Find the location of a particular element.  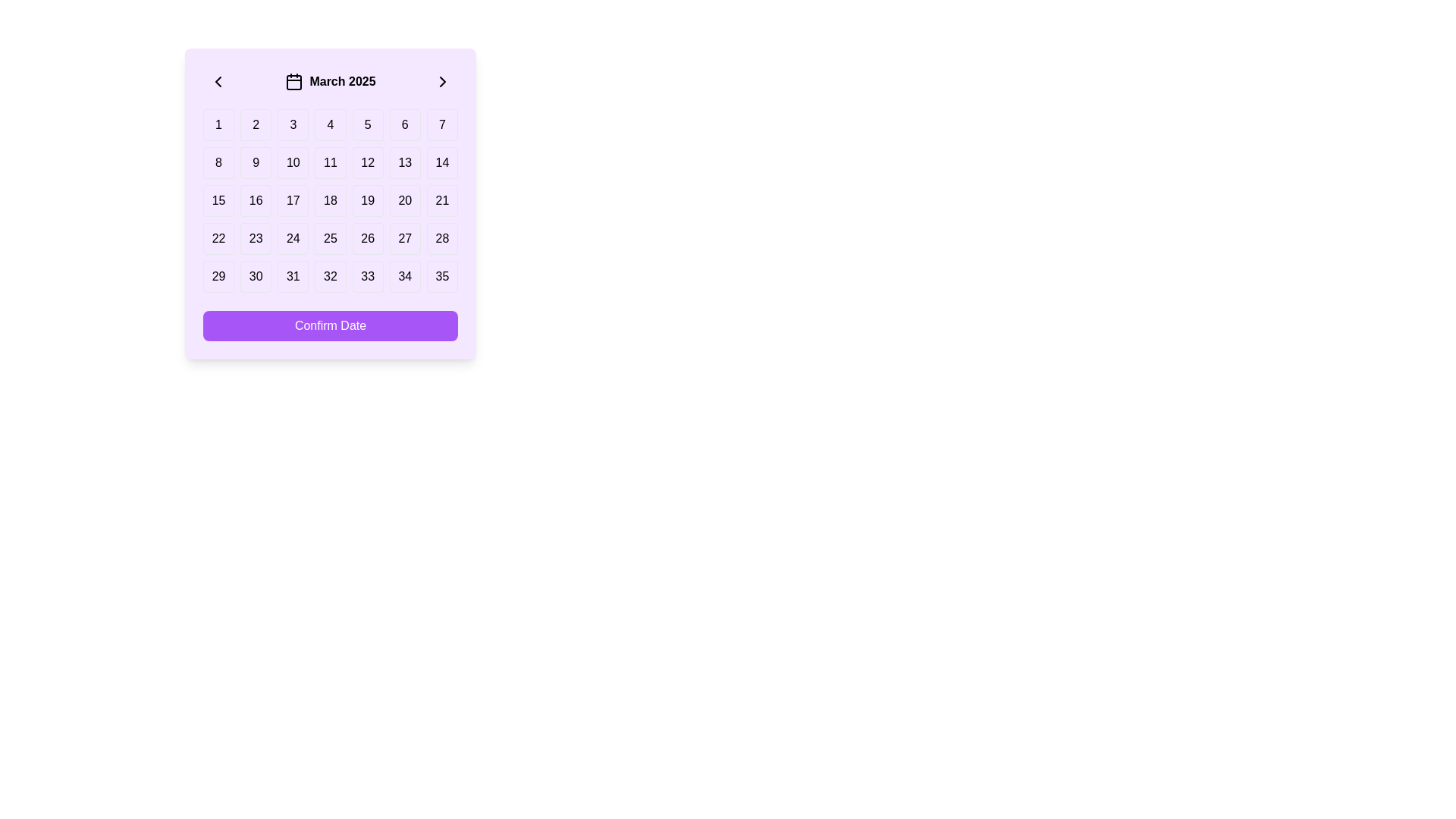

the selectable day representation for the 15th day in the calendar interface is located at coordinates (218, 200).